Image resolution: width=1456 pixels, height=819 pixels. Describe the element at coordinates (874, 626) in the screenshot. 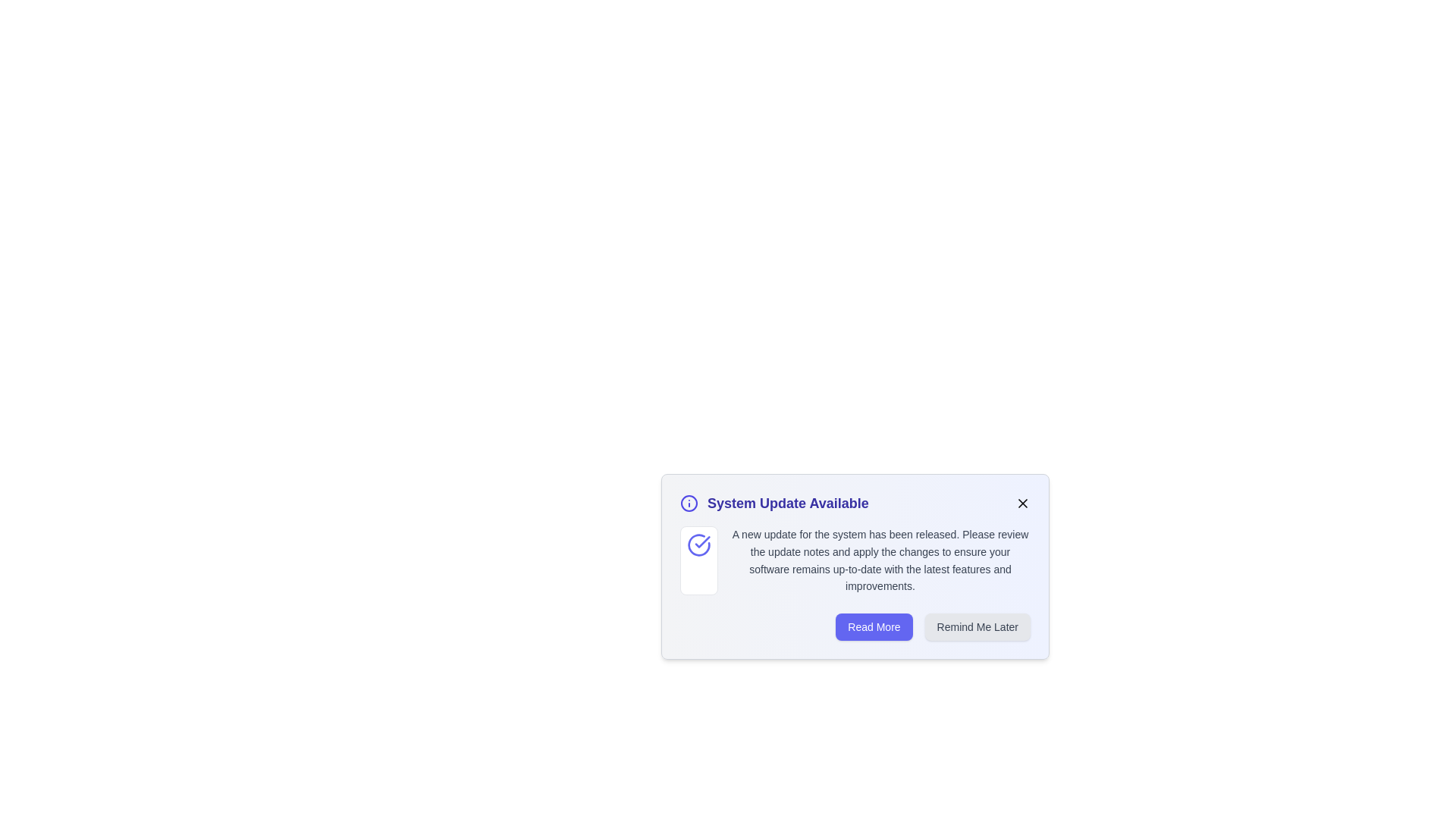

I see `the 'Read More' button` at that location.